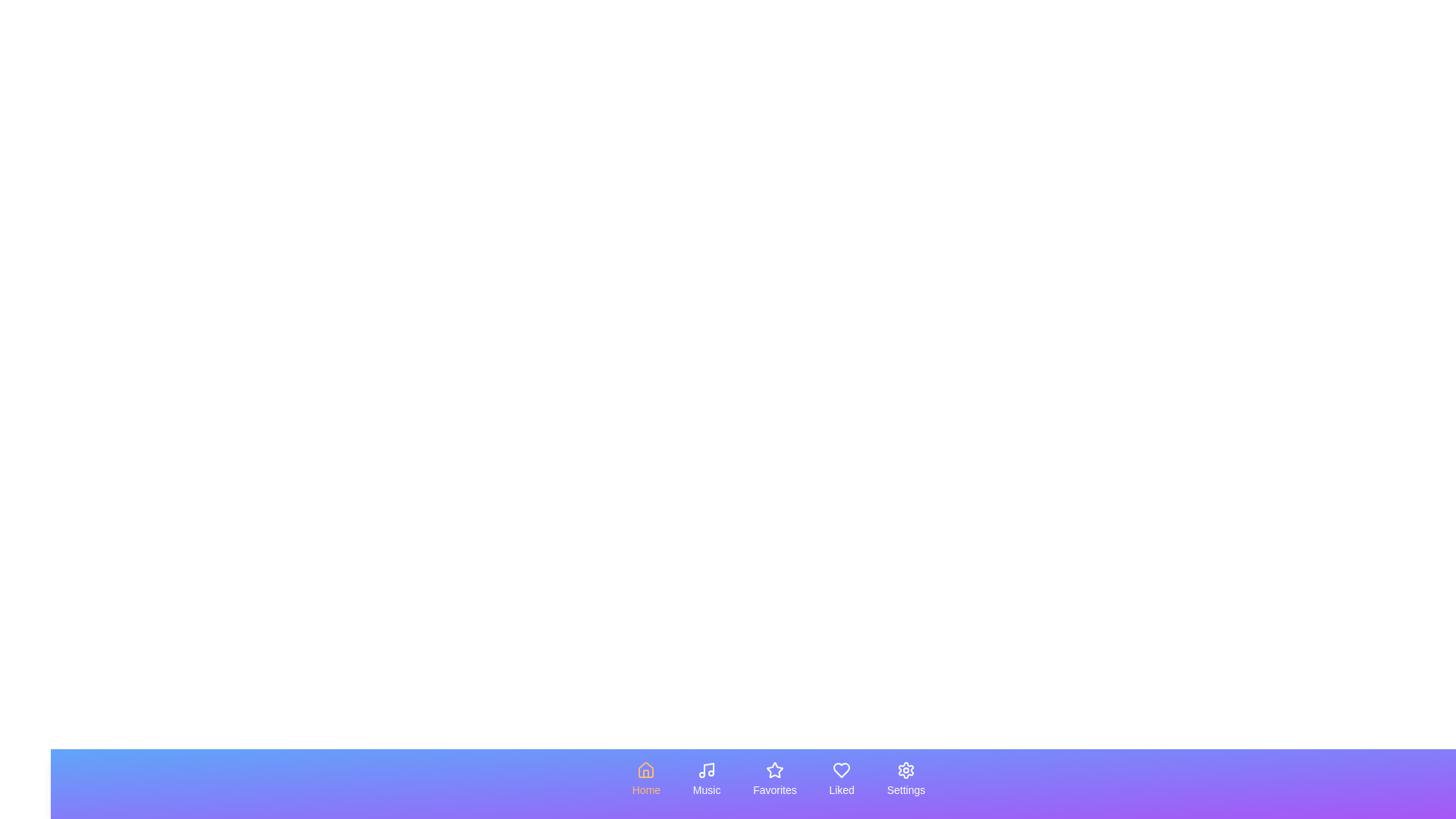 This screenshot has height=819, width=1456. I want to click on the tab labeled Music by clicking on its icon or label, so click(706, 780).